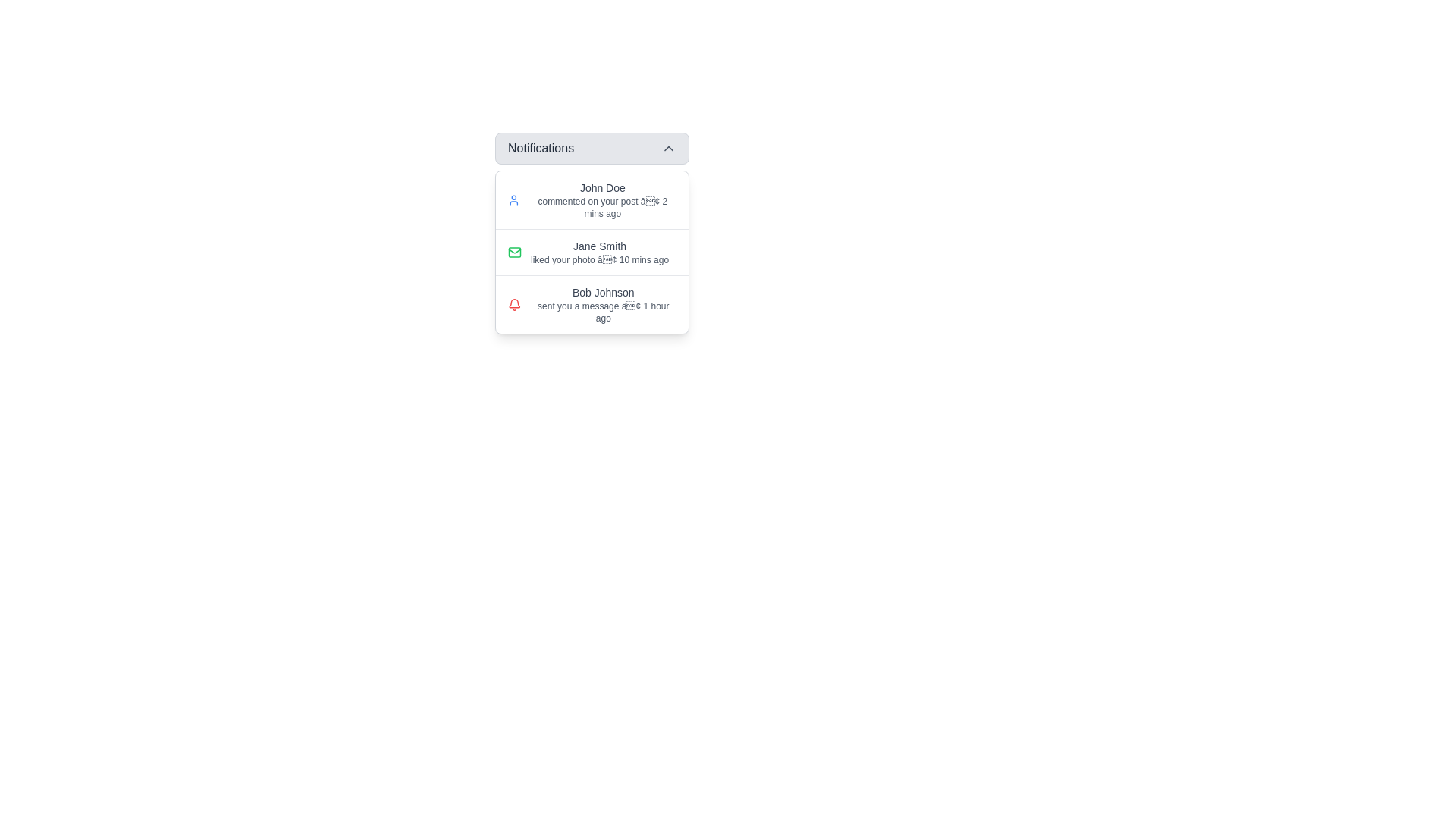 The width and height of the screenshot is (1456, 819). I want to click on the bell icon indicating a message notification for 'Bob Johnson sent you a message', so click(514, 304).